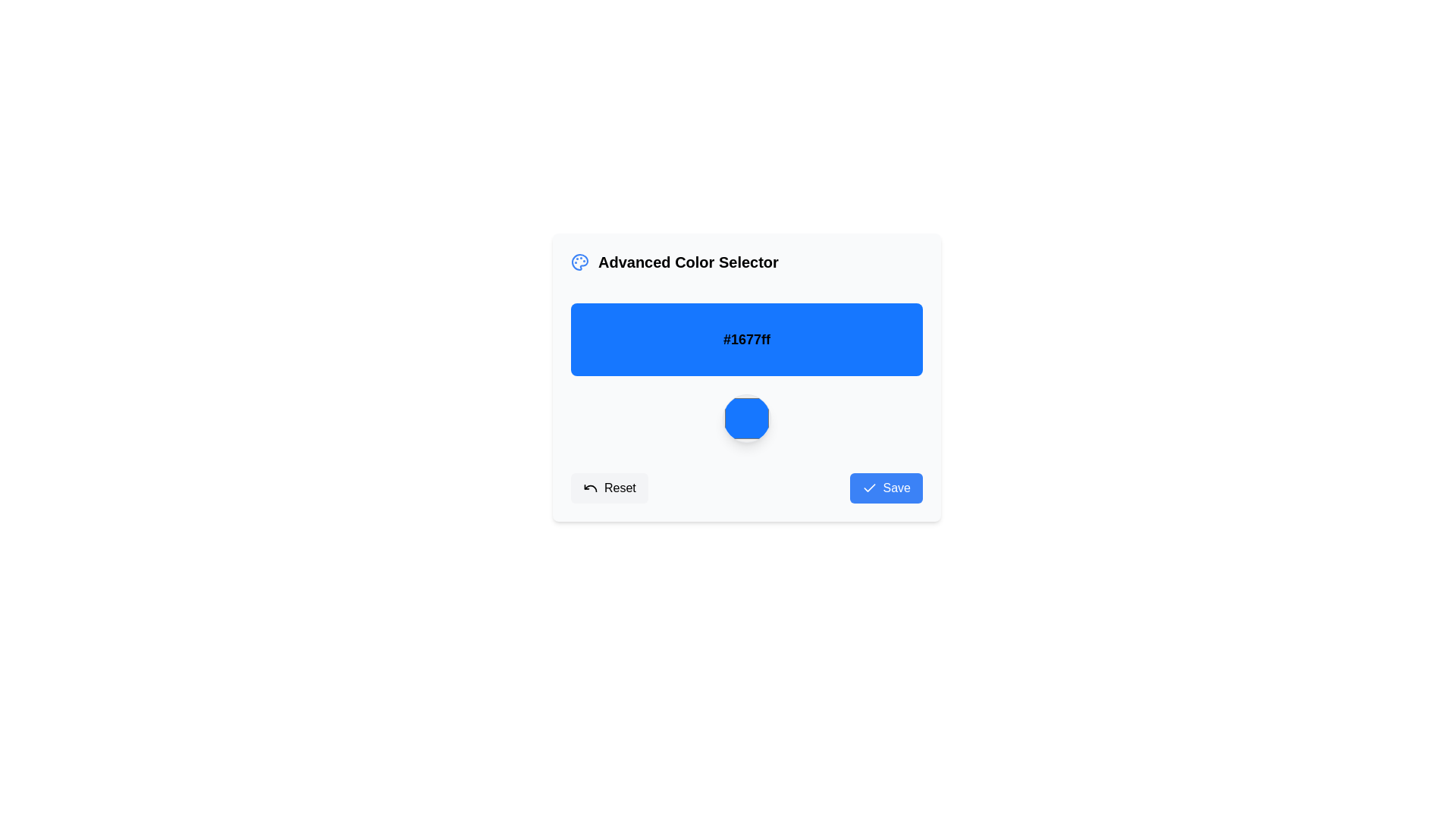 The height and width of the screenshot is (819, 1456). What do you see at coordinates (746, 376) in the screenshot?
I see `the color selection card in the center of the 'Advanced Color Selector' interface to interact with the color display` at bounding box center [746, 376].